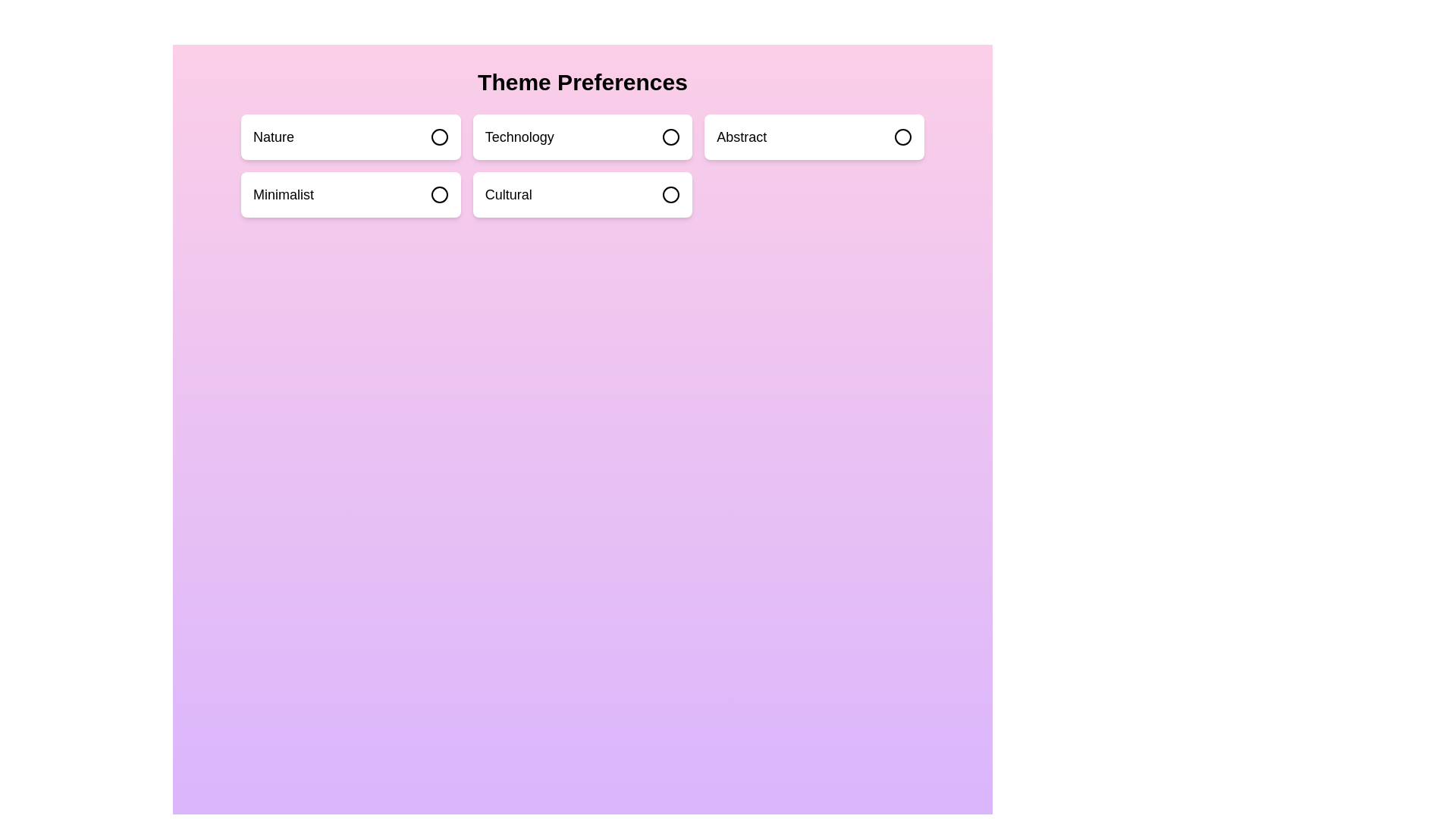 The image size is (1456, 819). What do you see at coordinates (582, 194) in the screenshot?
I see `the theme Cultural` at bounding box center [582, 194].